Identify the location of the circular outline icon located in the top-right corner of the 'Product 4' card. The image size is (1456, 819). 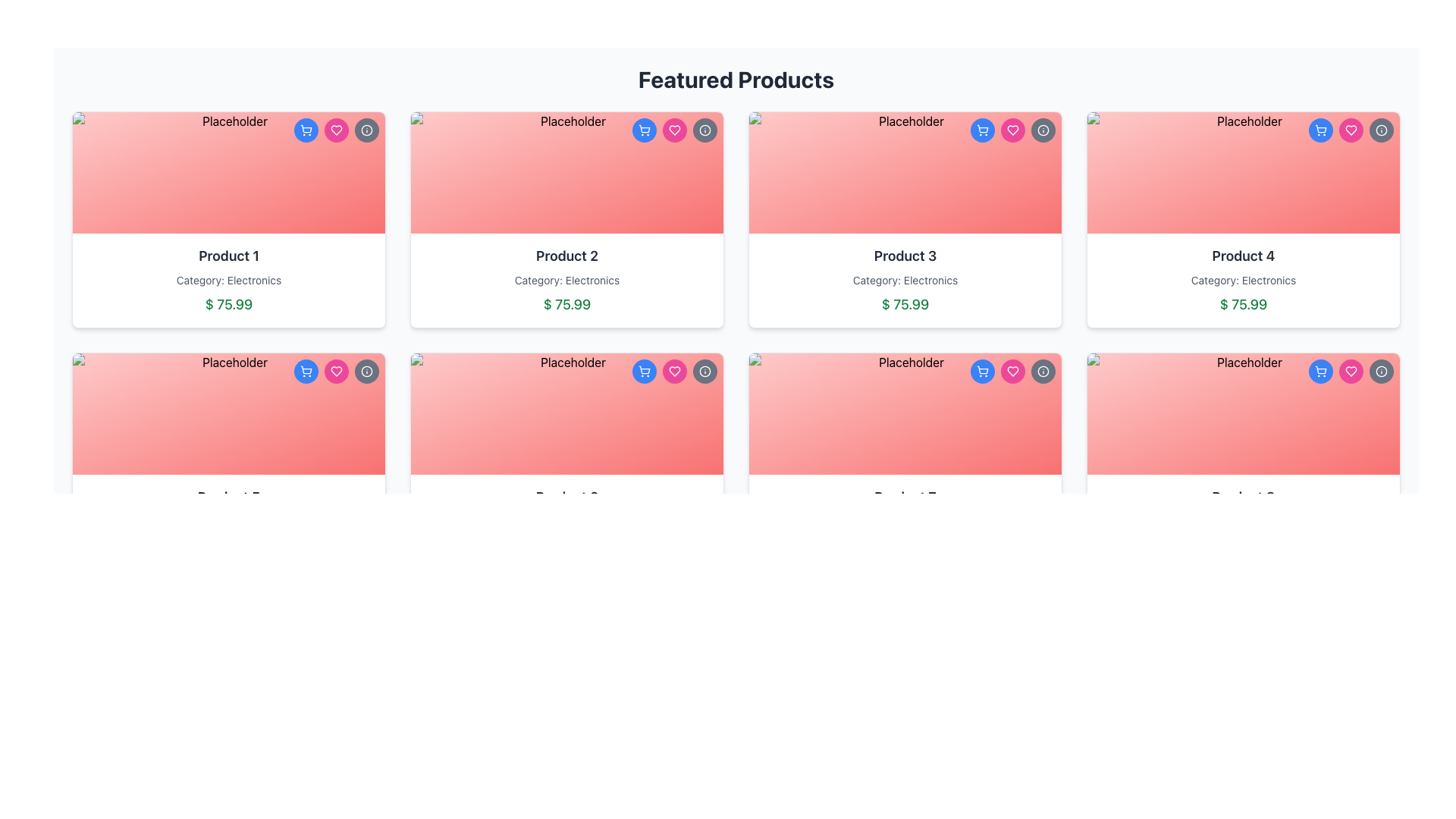
(1043, 371).